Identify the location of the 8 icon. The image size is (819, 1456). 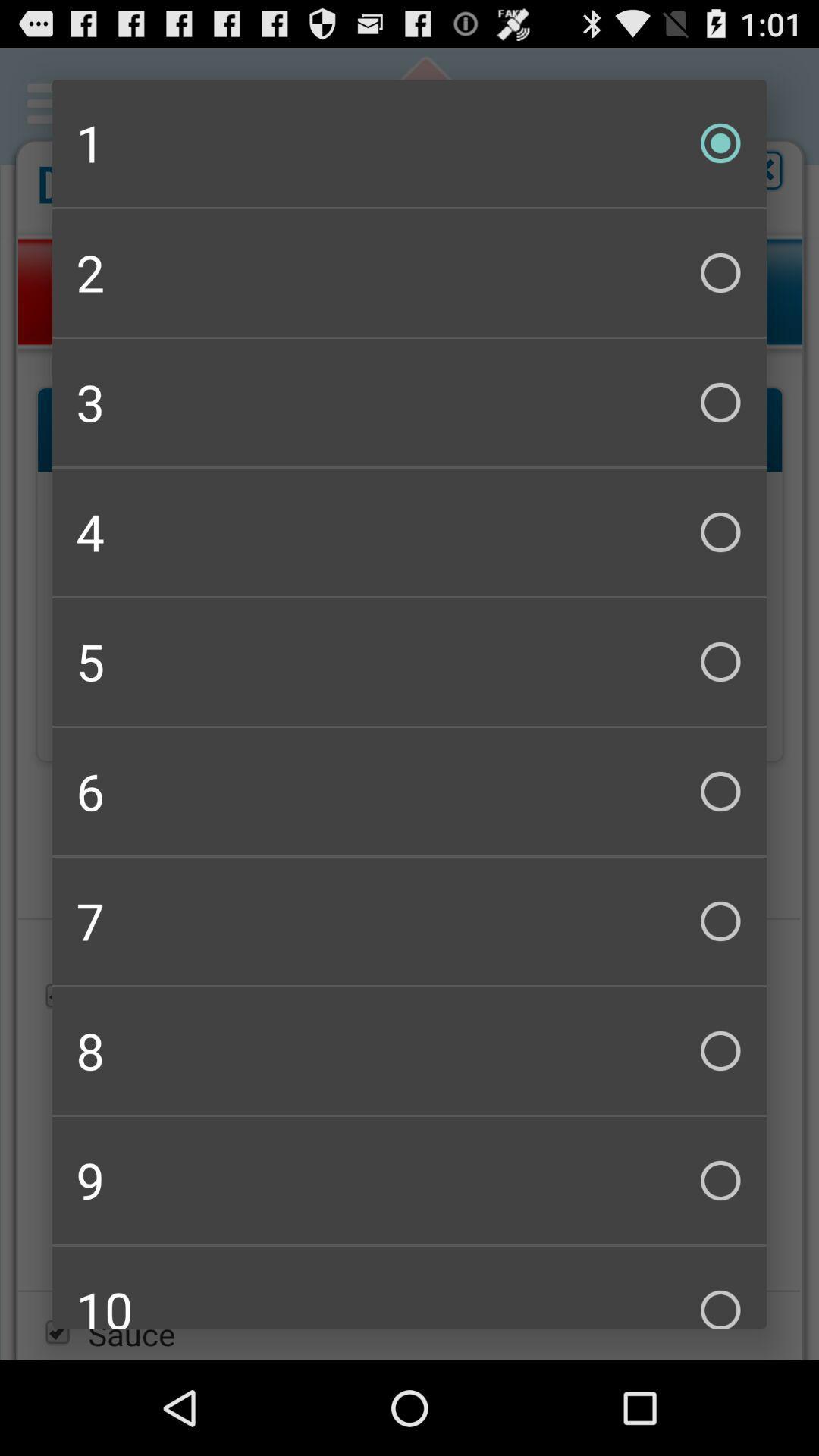
(409, 1050).